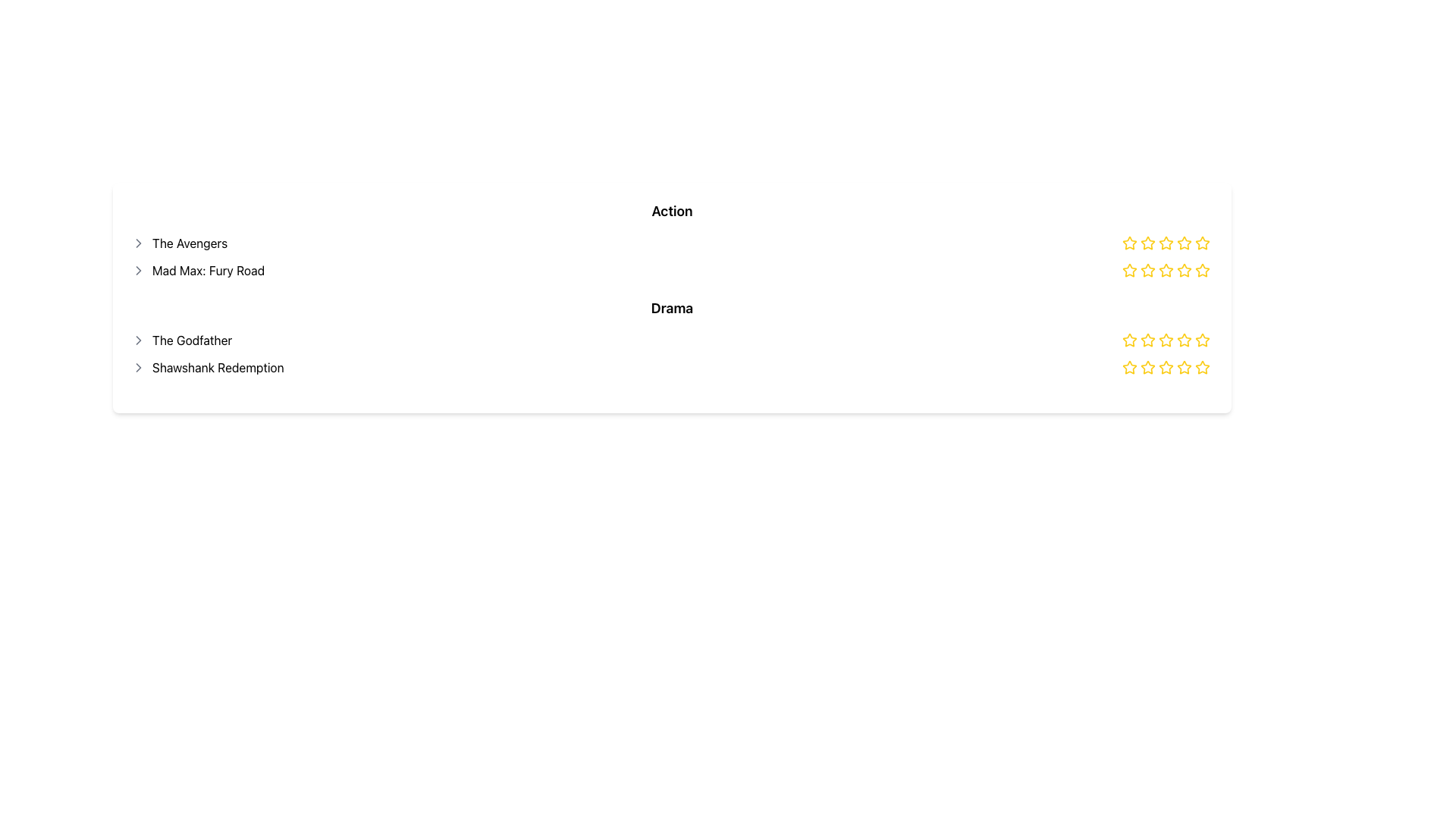 Image resolution: width=1456 pixels, height=819 pixels. What do you see at coordinates (206, 368) in the screenshot?
I see `the text label reading 'Shawshank Redemption' located in the 'Drama' category beneath 'The Godfather' to highlight the information` at bounding box center [206, 368].